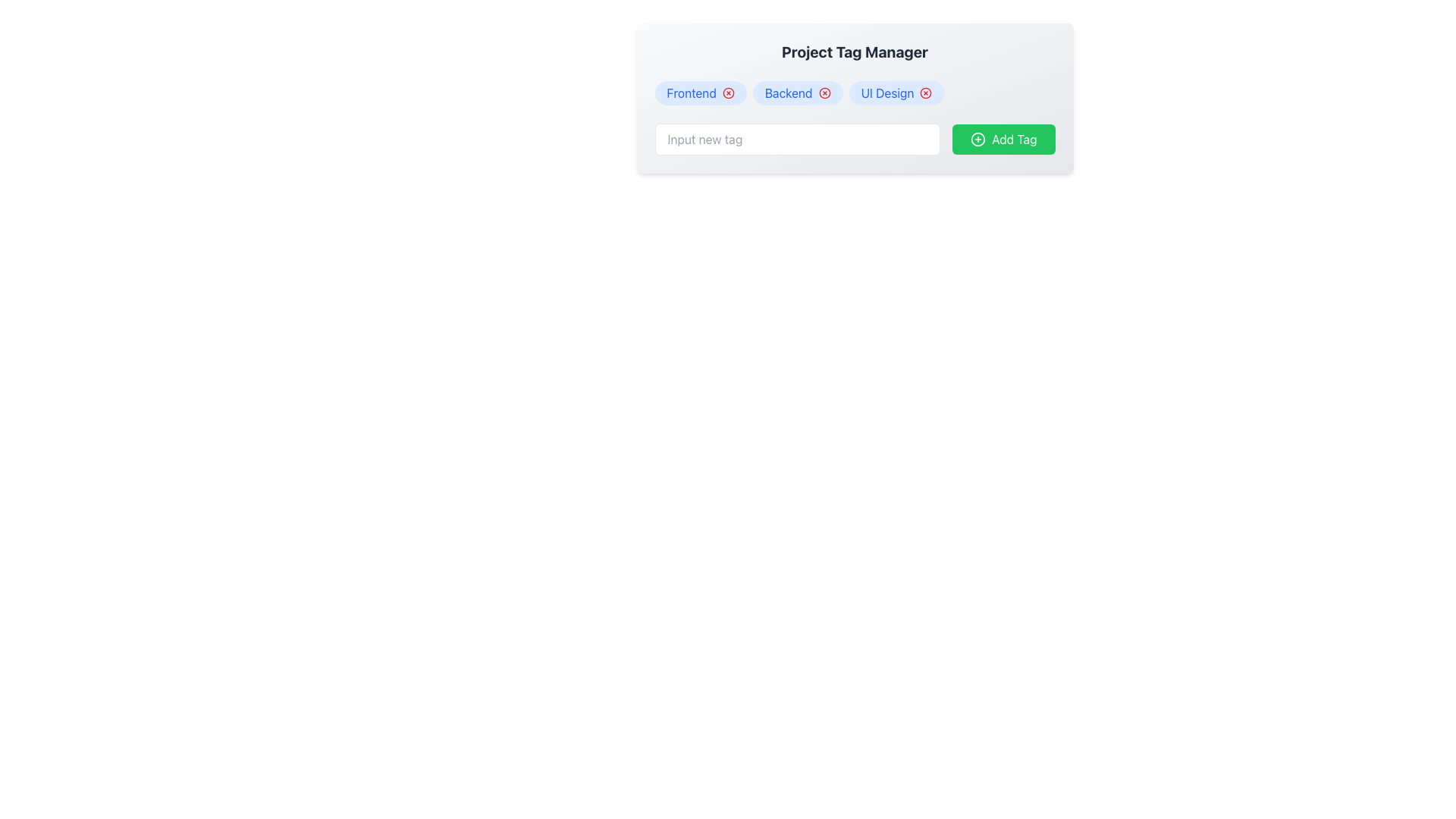 This screenshot has height=819, width=1456. What do you see at coordinates (700, 93) in the screenshot?
I see `the 'Frontend' tag component located below the 'Project Tag Manager' header` at bounding box center [700, 93].